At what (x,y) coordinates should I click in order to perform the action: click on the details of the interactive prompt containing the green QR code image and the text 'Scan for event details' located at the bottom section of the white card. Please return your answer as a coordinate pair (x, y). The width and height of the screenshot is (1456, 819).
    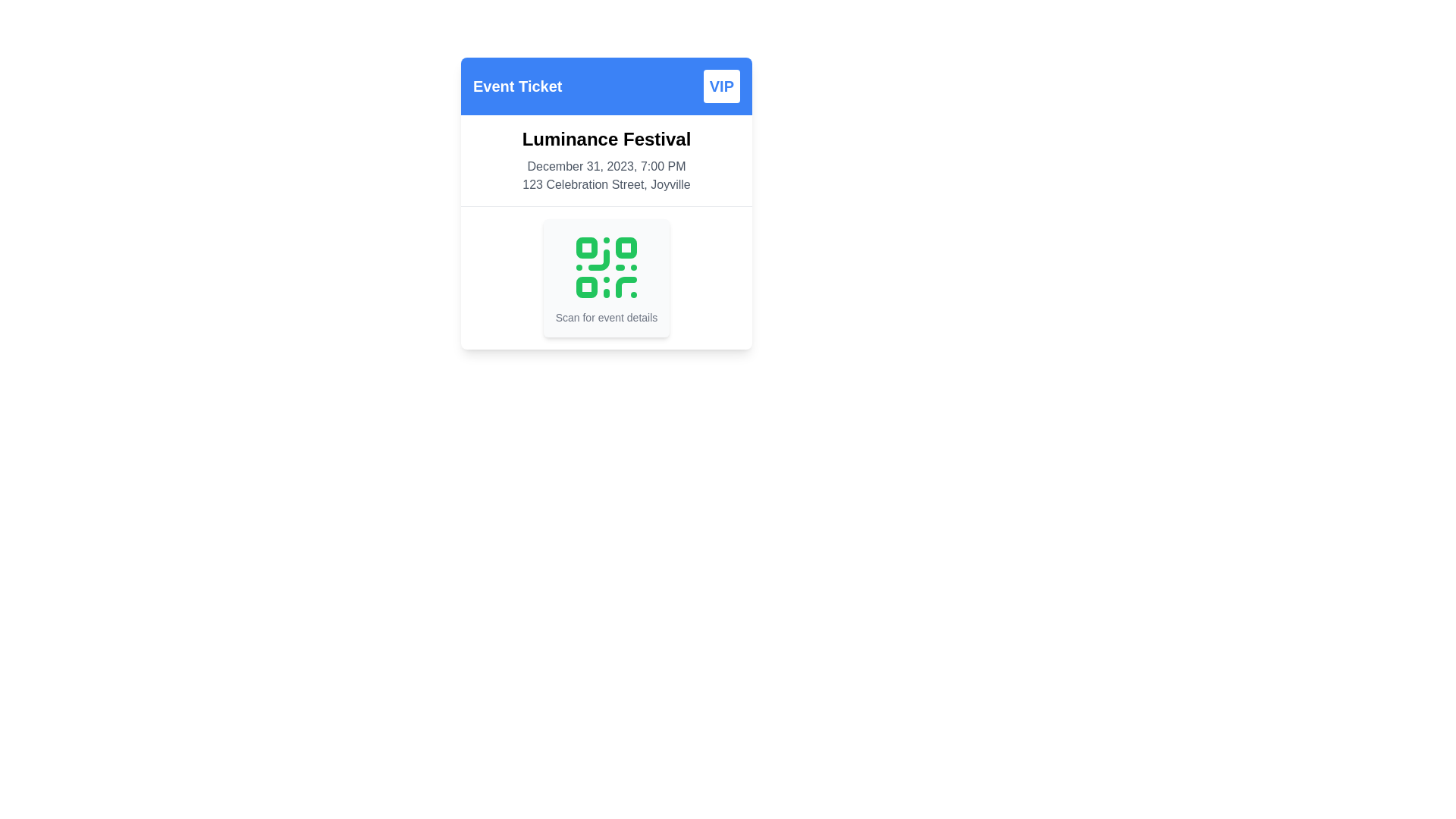
    Looking at the image, I should click on (607, 278).